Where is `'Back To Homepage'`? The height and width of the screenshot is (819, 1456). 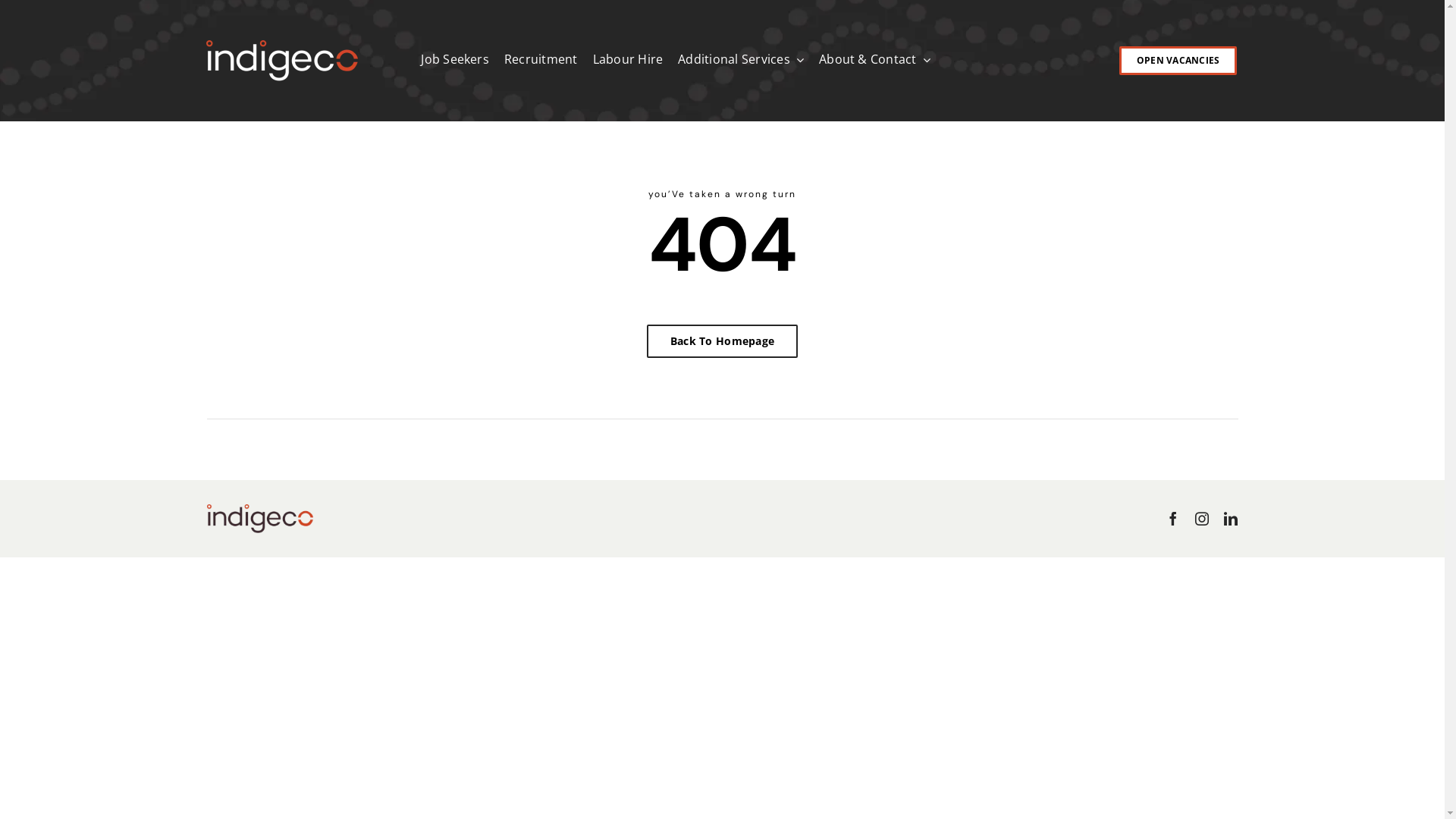
'Back To Homepage' is located at coordinates (721, 341).